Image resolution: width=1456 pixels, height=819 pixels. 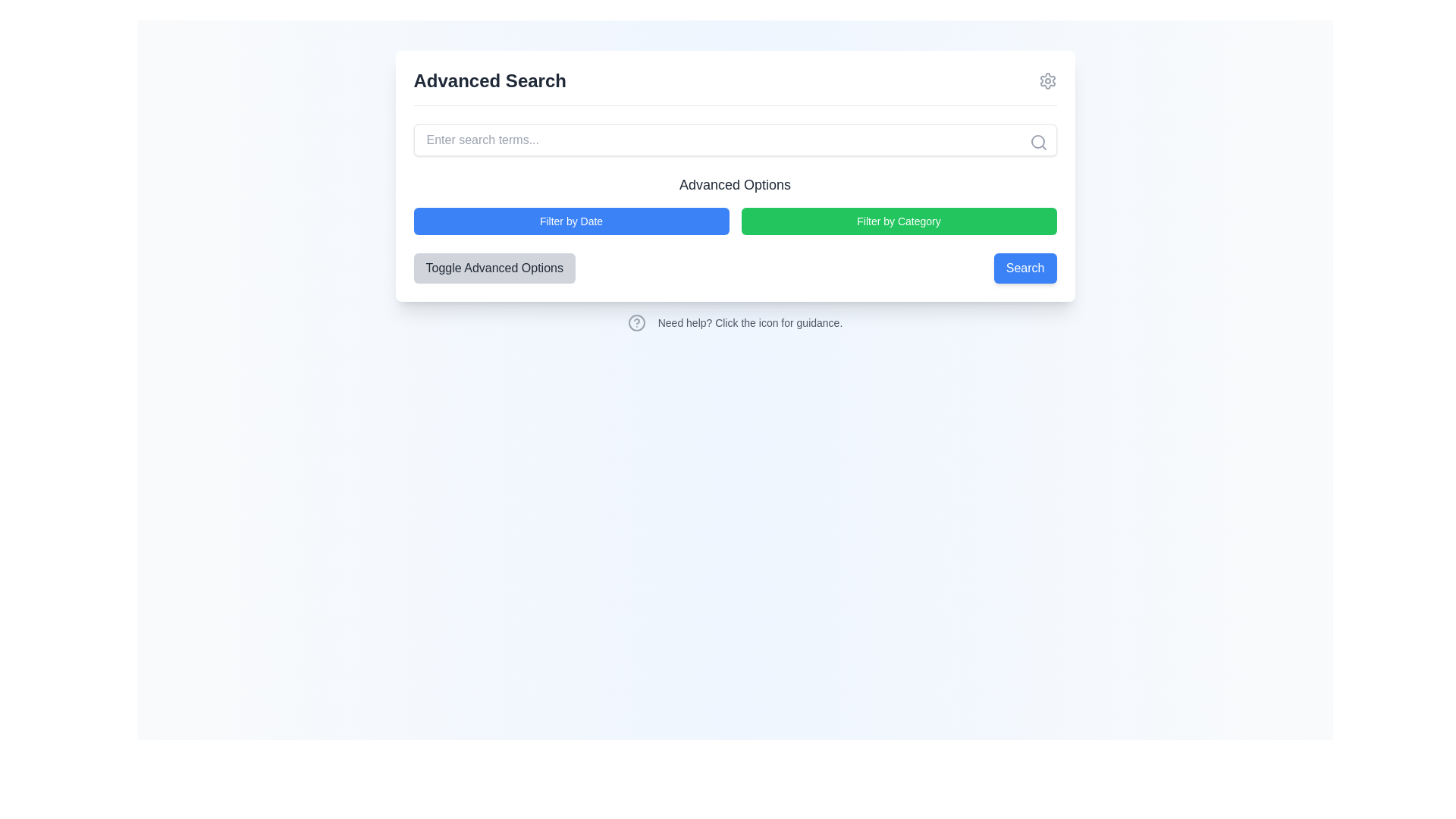 I want to click on SVG Circle element located at the center of the help icon in the bottom left of the main panel, below the 'Advanced Options' section, so click(x=636, y=322).